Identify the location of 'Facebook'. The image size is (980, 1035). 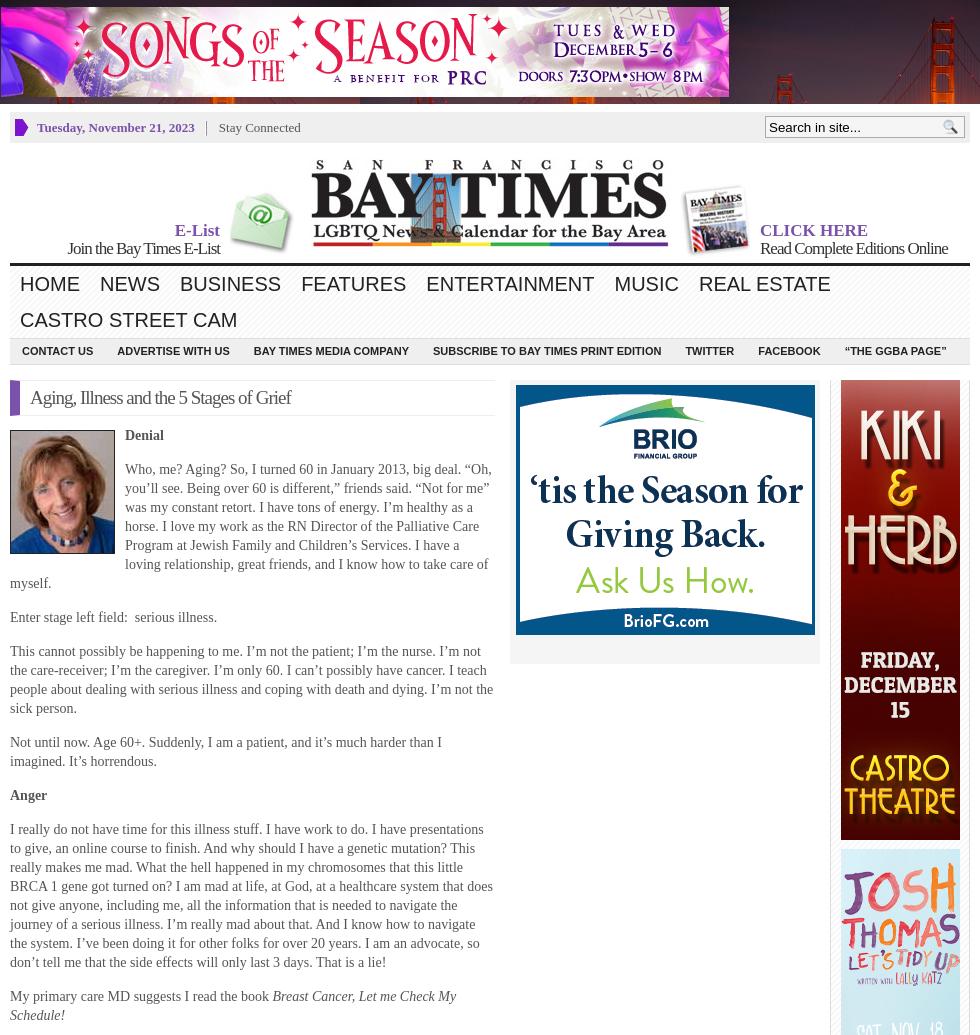
(788, 350).